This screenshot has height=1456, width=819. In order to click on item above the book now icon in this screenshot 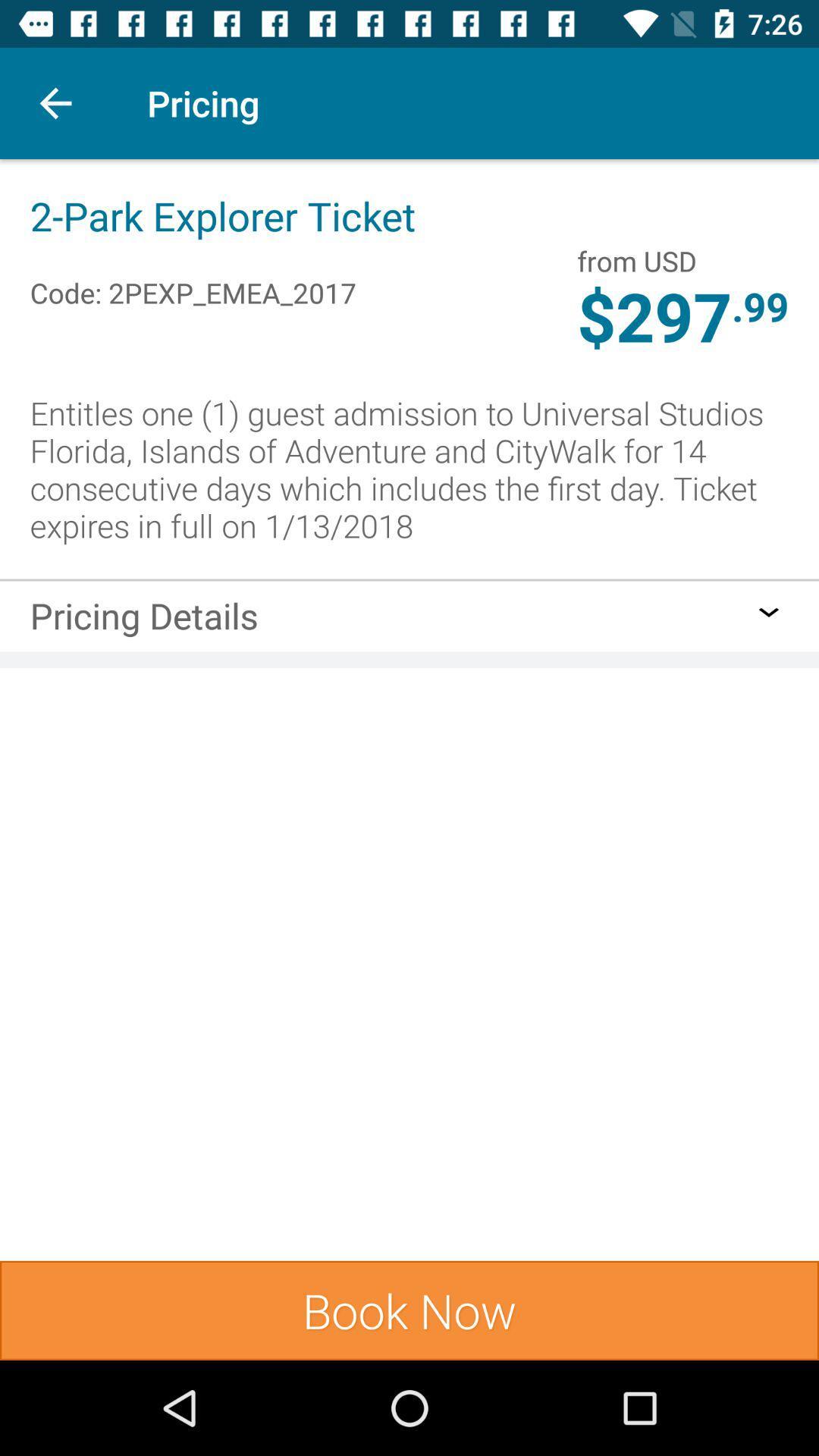, I will do `click(144, 620)`.